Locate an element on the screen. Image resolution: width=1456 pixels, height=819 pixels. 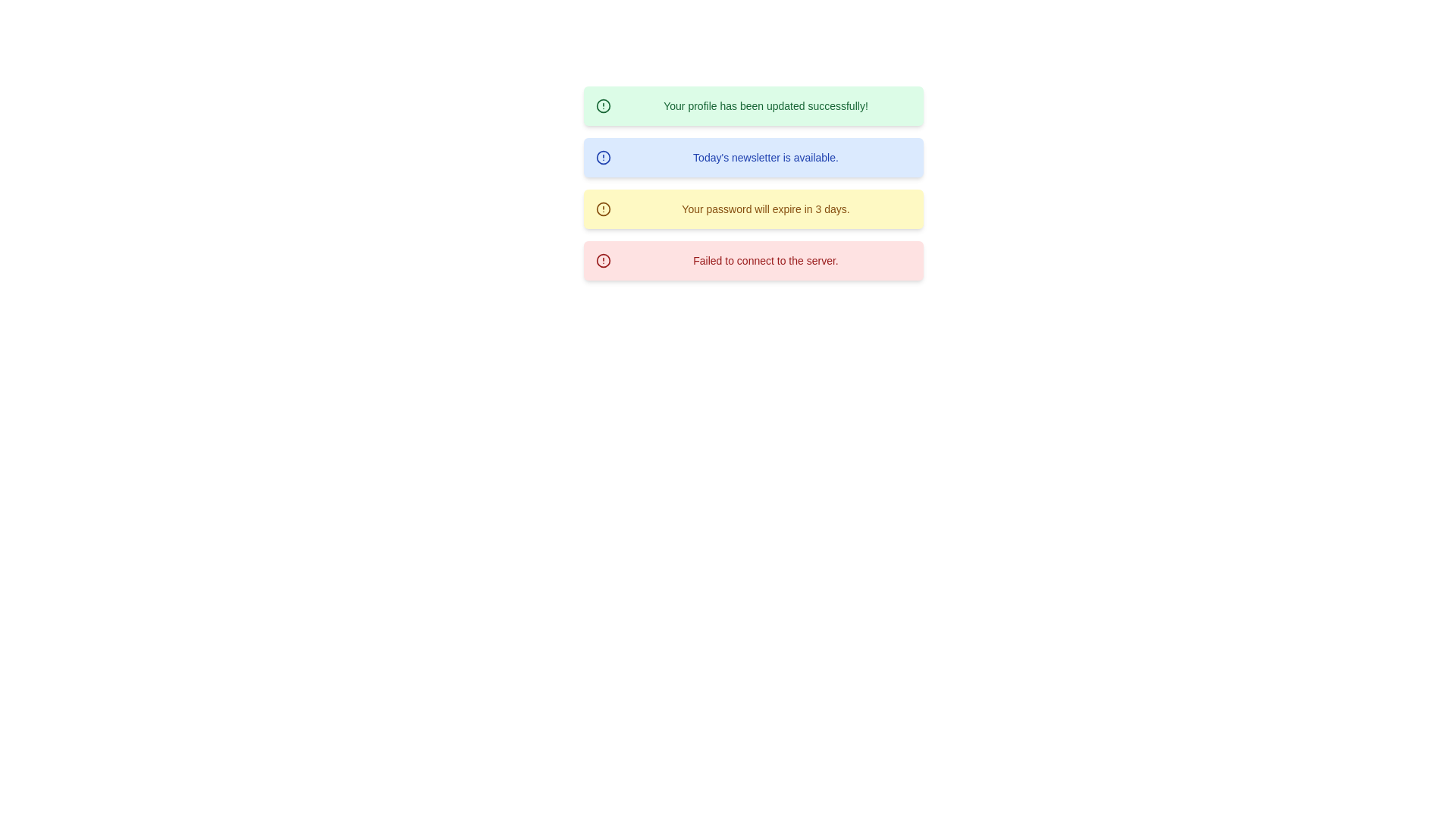
the Alert Icon located on the left side of the notification bar indicating 'Today's newsletter is available.' is located at coordinates (603, 158).